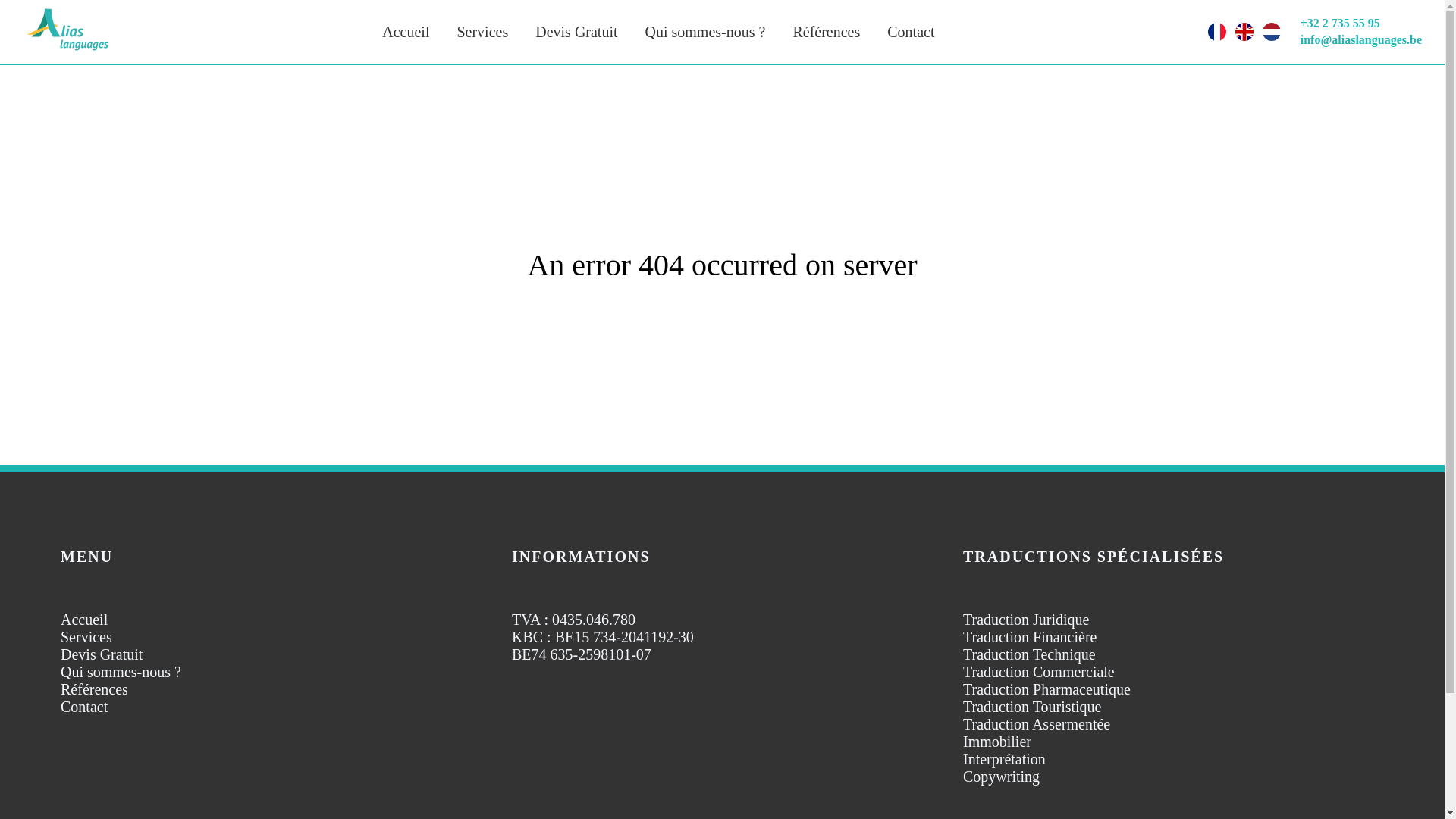 This screenshot has width=1456, height=819. I want to click on 'Immobilier', so click(997, 741).